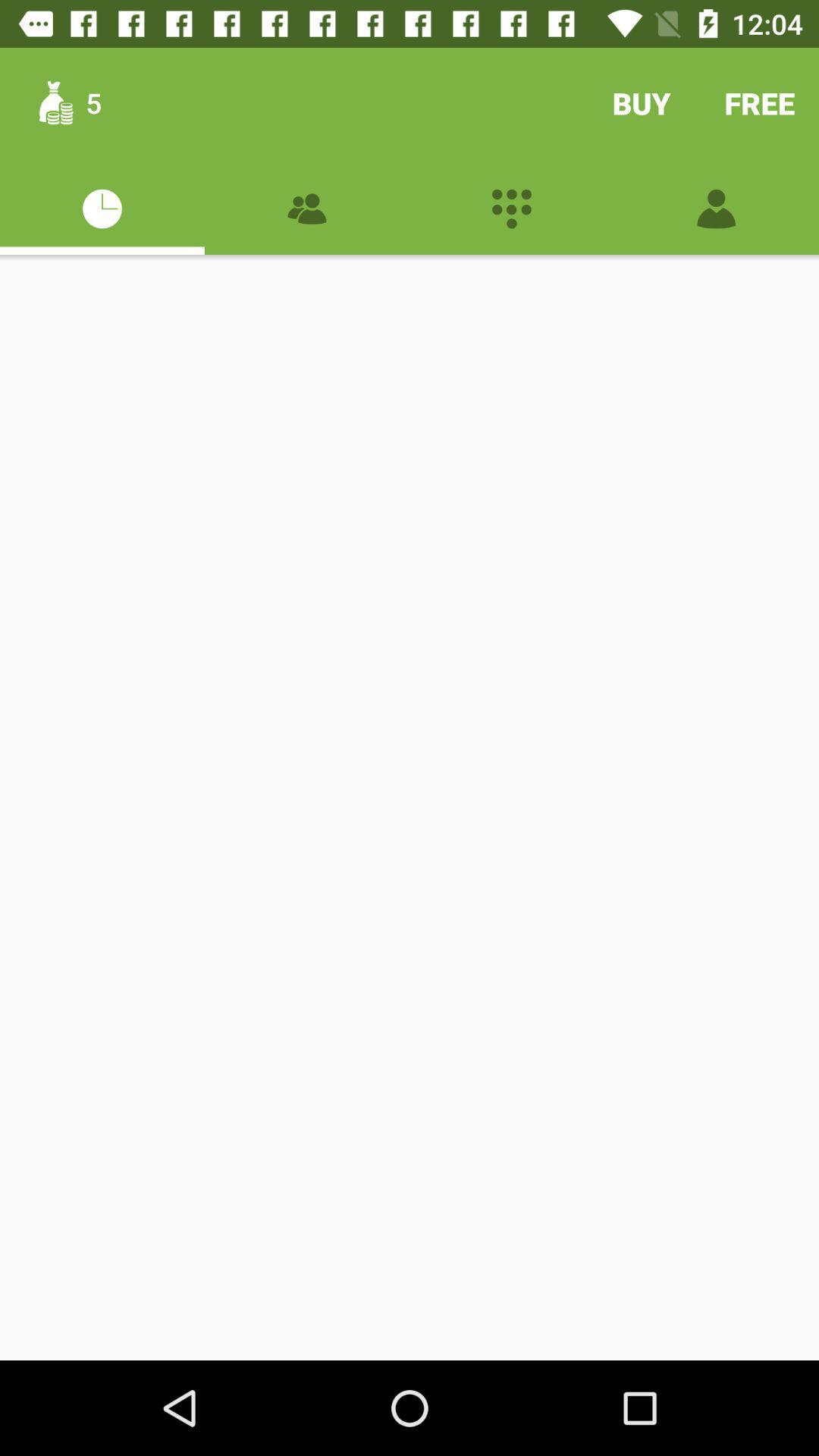  Describe the element at coordinates (760, 102) in the screenshot. I see `free` at that location.